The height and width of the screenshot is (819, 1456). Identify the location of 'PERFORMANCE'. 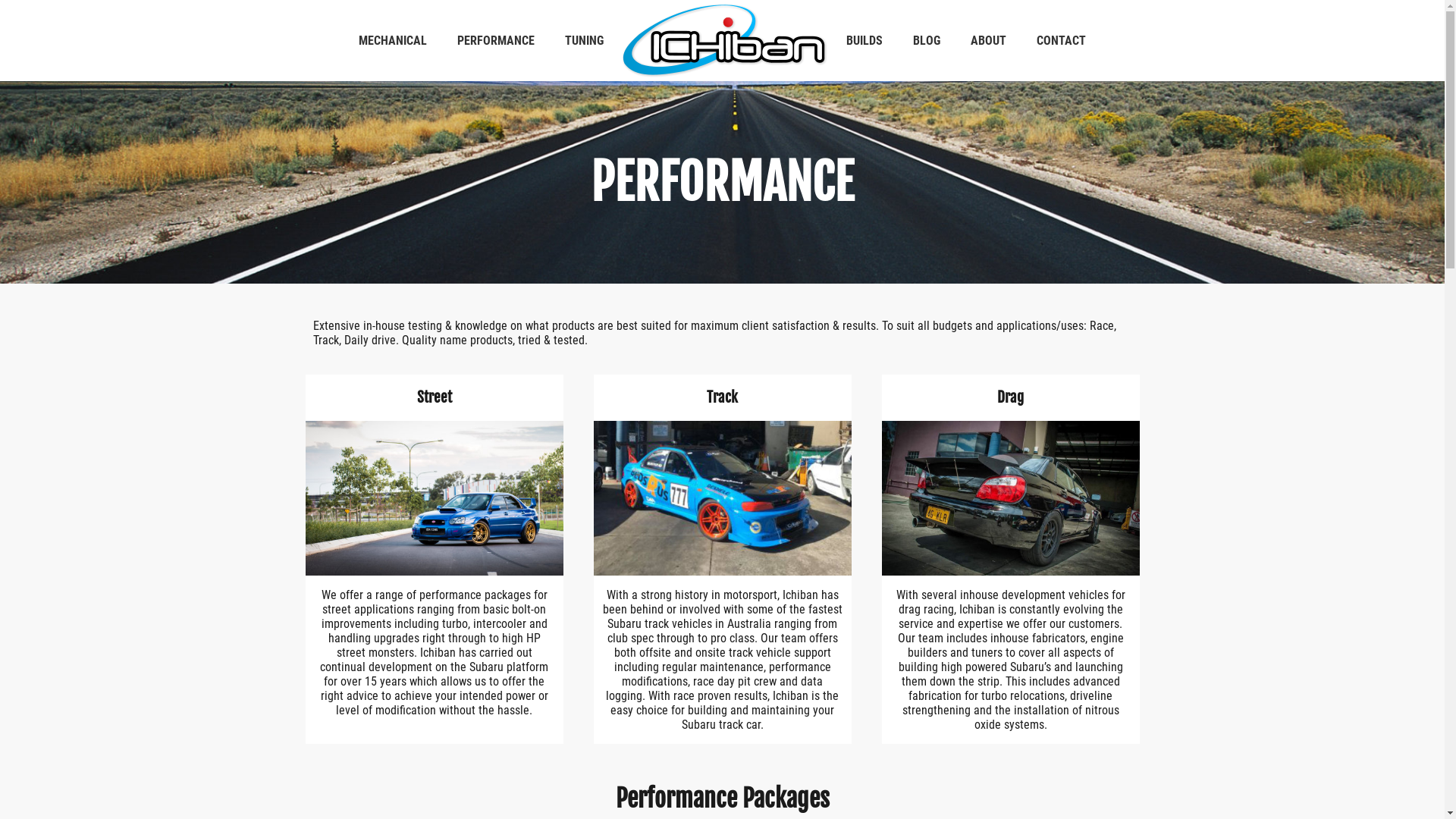
(495, 39).